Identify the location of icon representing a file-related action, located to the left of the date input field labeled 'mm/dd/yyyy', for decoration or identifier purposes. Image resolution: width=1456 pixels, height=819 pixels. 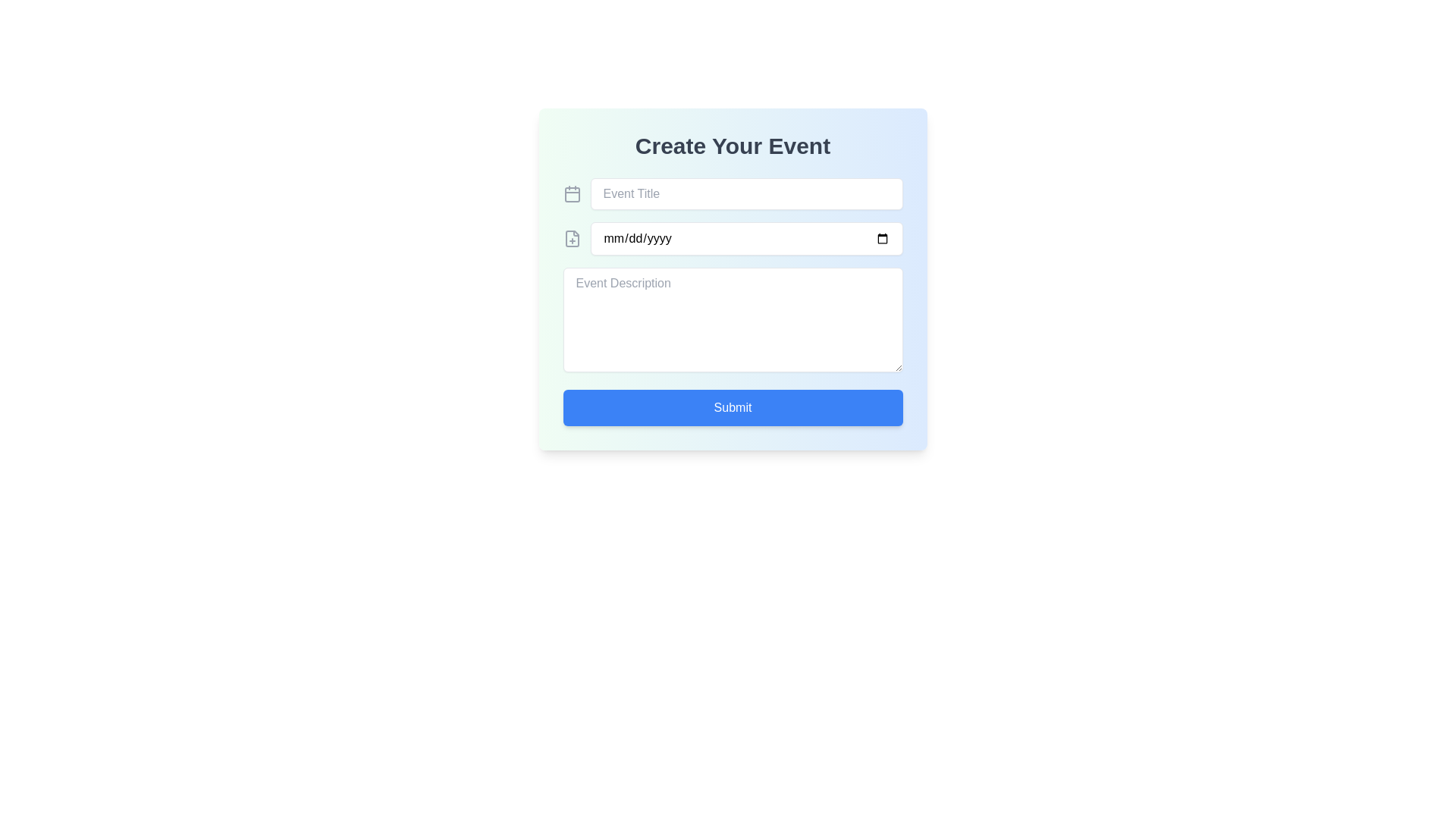
(571, 239).